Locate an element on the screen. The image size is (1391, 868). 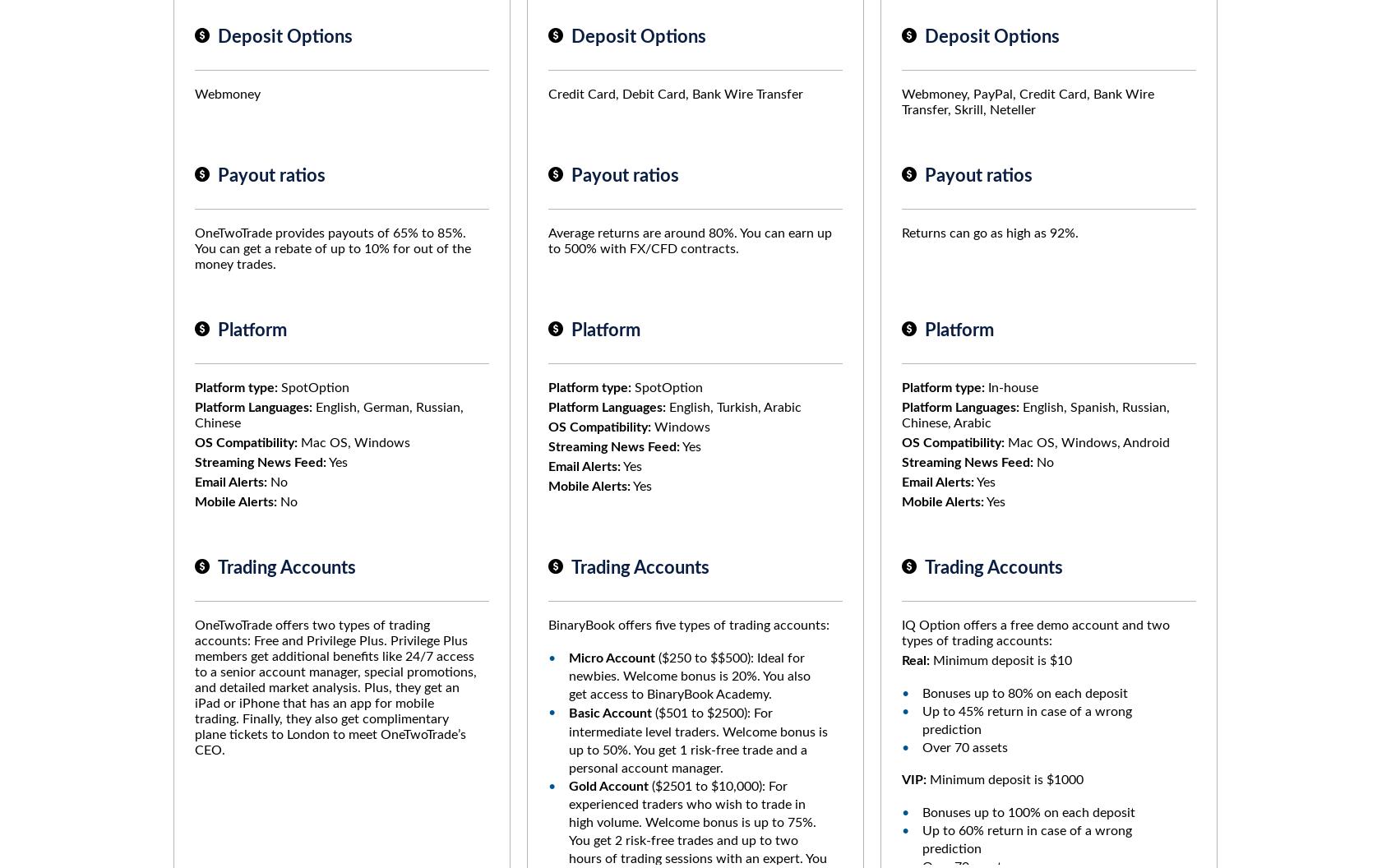
'($501 to $2500): For intermediate level traders. Welcome bonus is up to 50%. You get 1 risk-free trade and a personal account manager.' is located at coordinates (697, 740).